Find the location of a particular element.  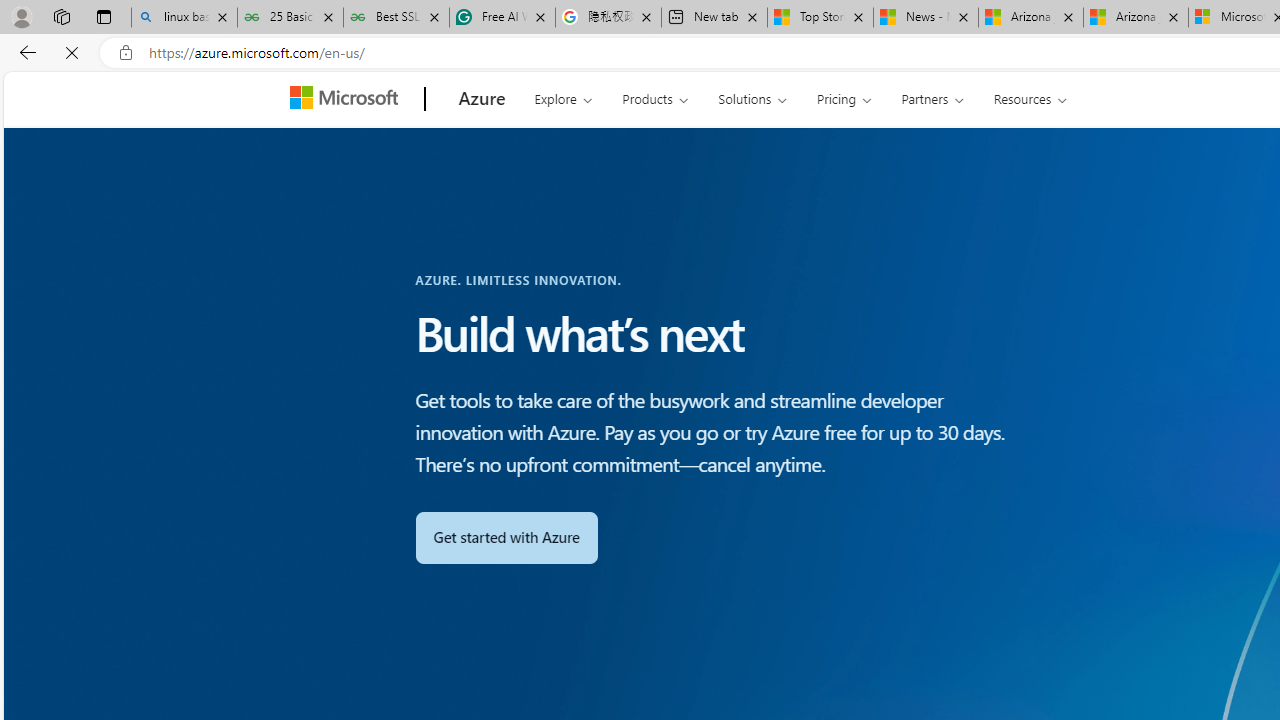

'Get started with Pay as you go using Azure' is located at coordinates (506, 536).